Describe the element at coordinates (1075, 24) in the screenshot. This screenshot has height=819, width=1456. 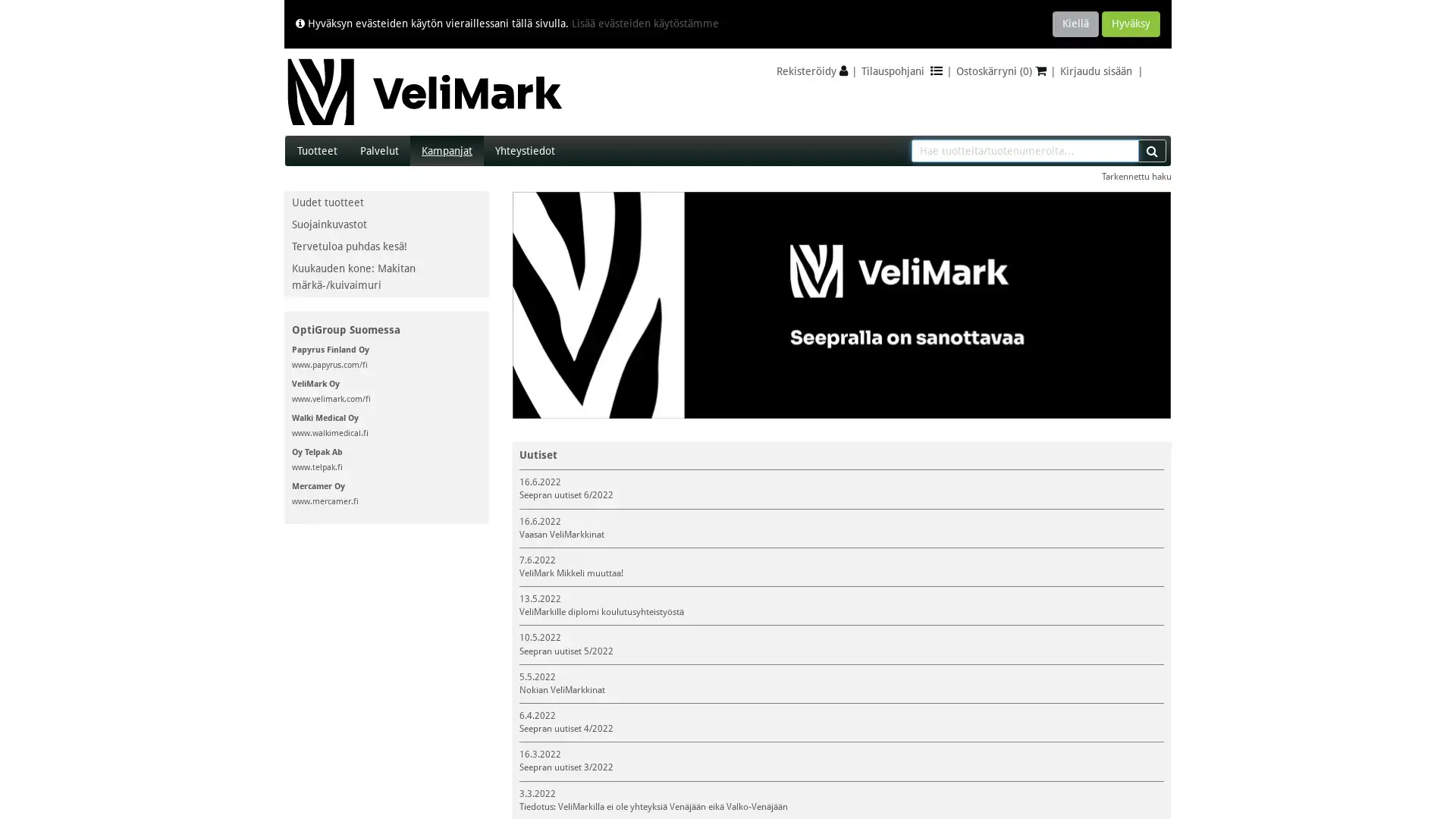
I see `Kiella` at that location.